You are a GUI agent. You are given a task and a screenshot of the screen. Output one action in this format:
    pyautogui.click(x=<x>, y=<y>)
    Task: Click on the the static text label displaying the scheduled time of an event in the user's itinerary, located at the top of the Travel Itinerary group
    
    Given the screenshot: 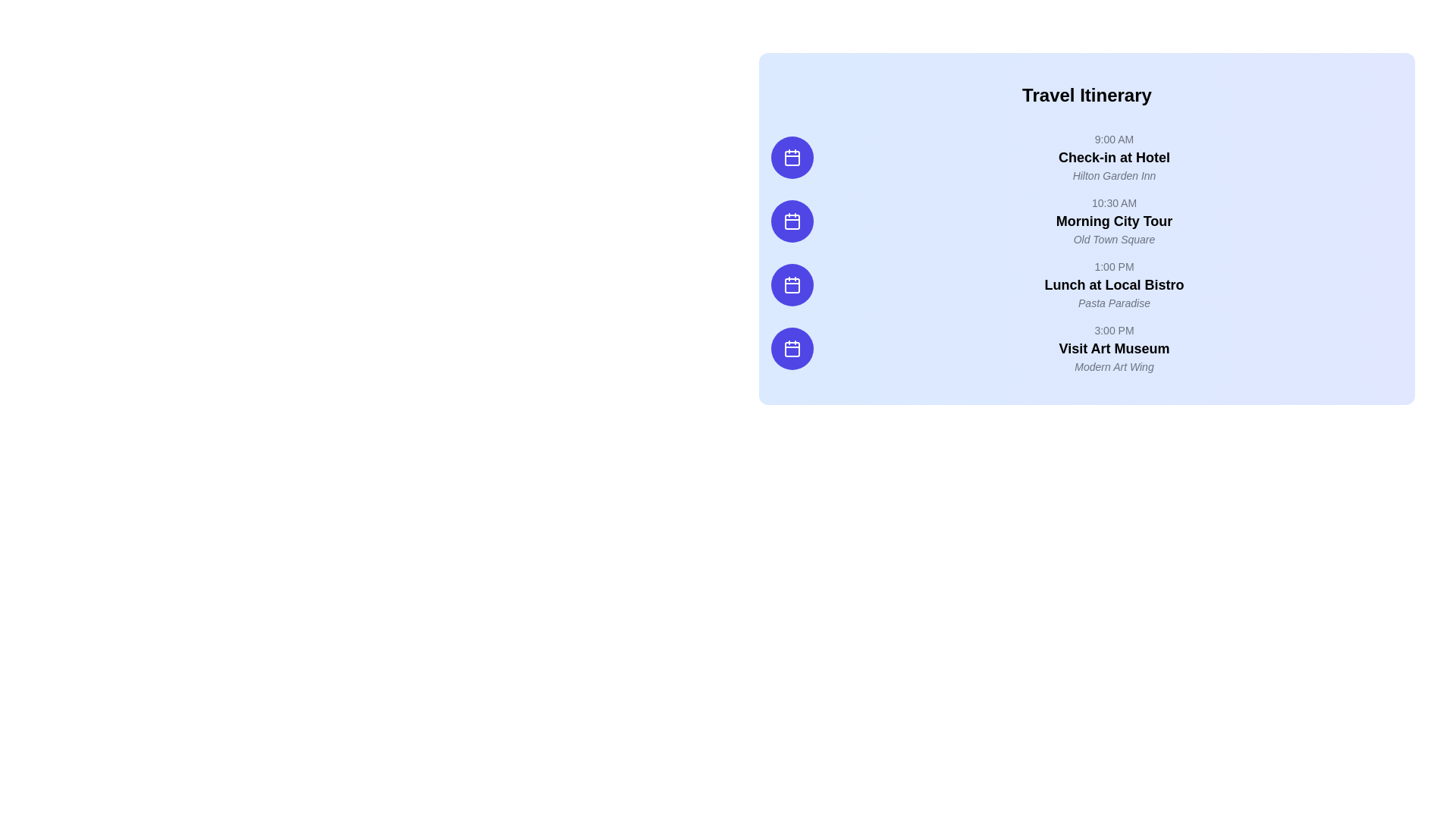 What is the action you would take?
    pyautogui.click(x=1114, y=140)
    